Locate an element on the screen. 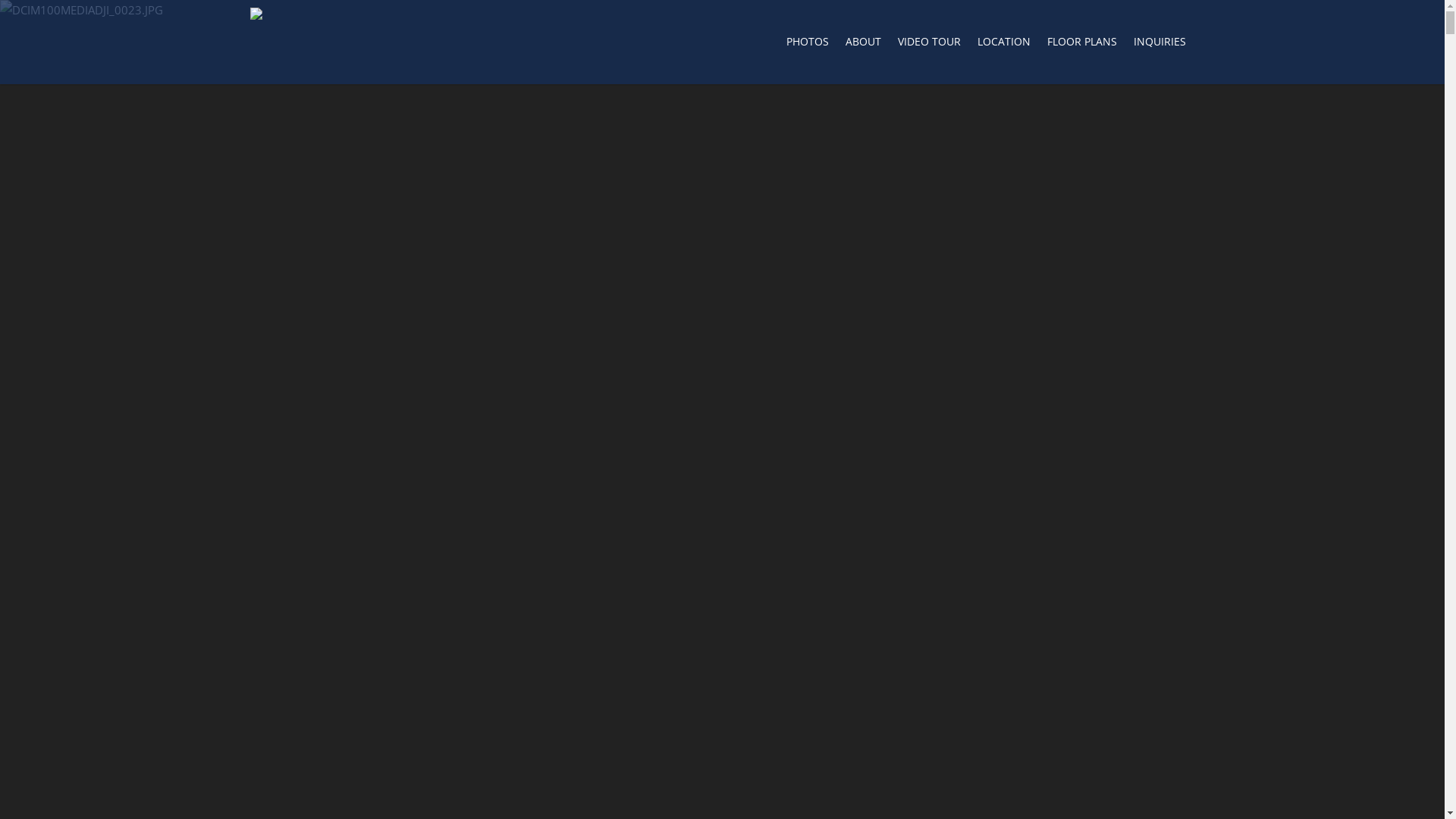 Image resolution: width=1456 pixels, height=819 pixels. 'VIDEO TOUR' is located at coordinates (890, 45).